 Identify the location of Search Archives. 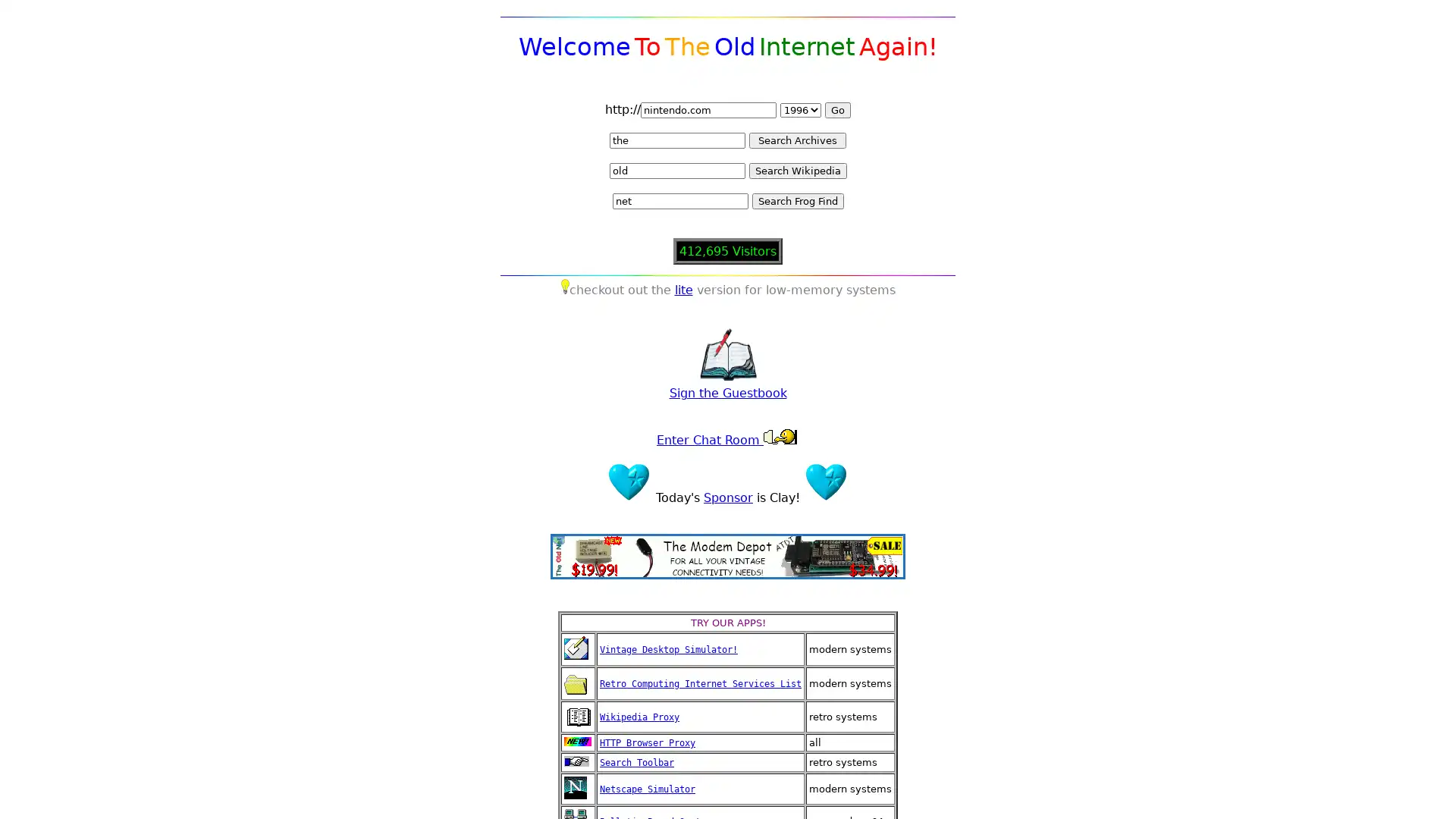
(796, 140).